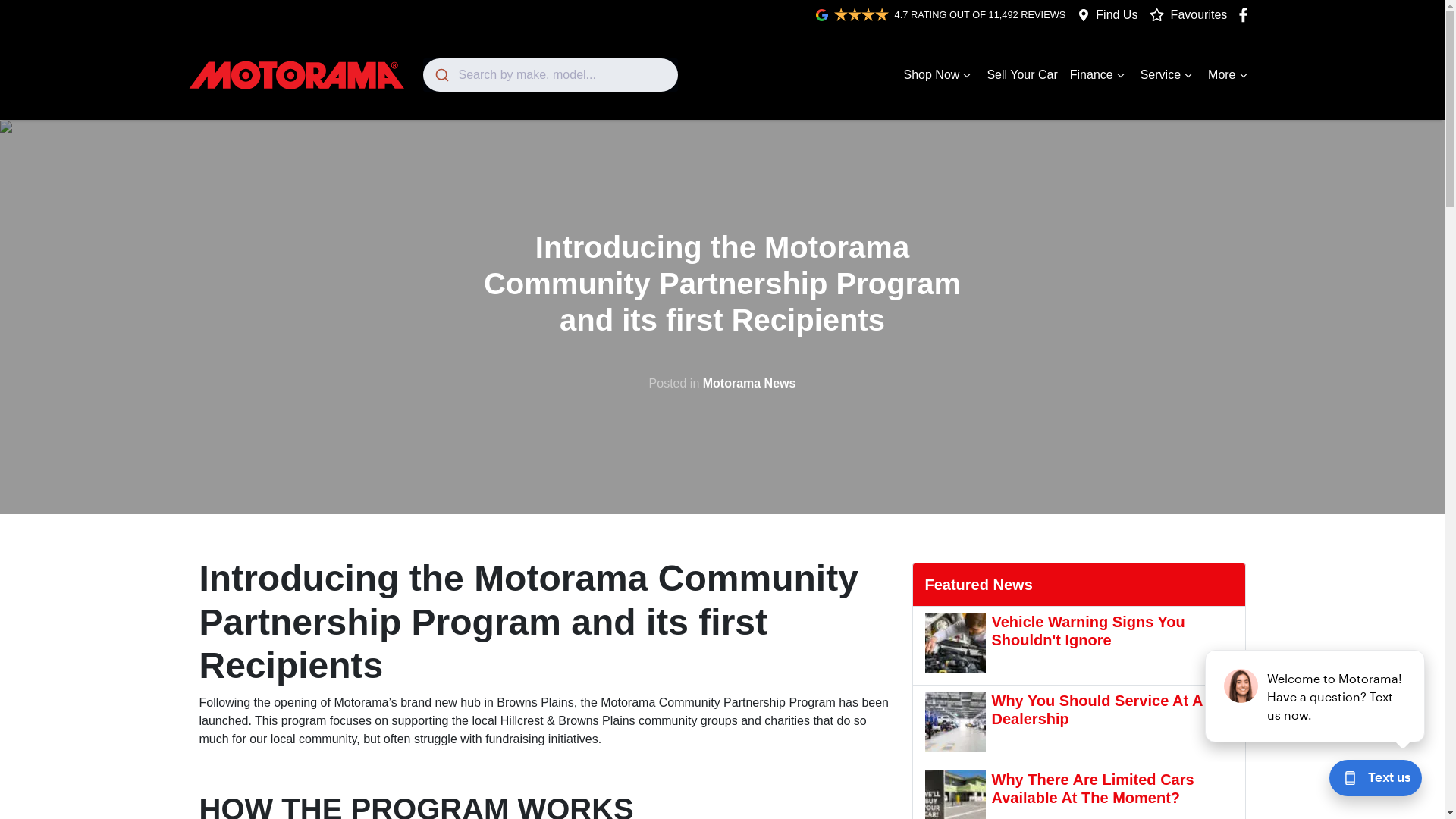 Image resolution: width=1456 pixels, height=819 pixels. Describe the element at coordinates (1167, 75) in the screenshot. I see `'Service'` at that location.